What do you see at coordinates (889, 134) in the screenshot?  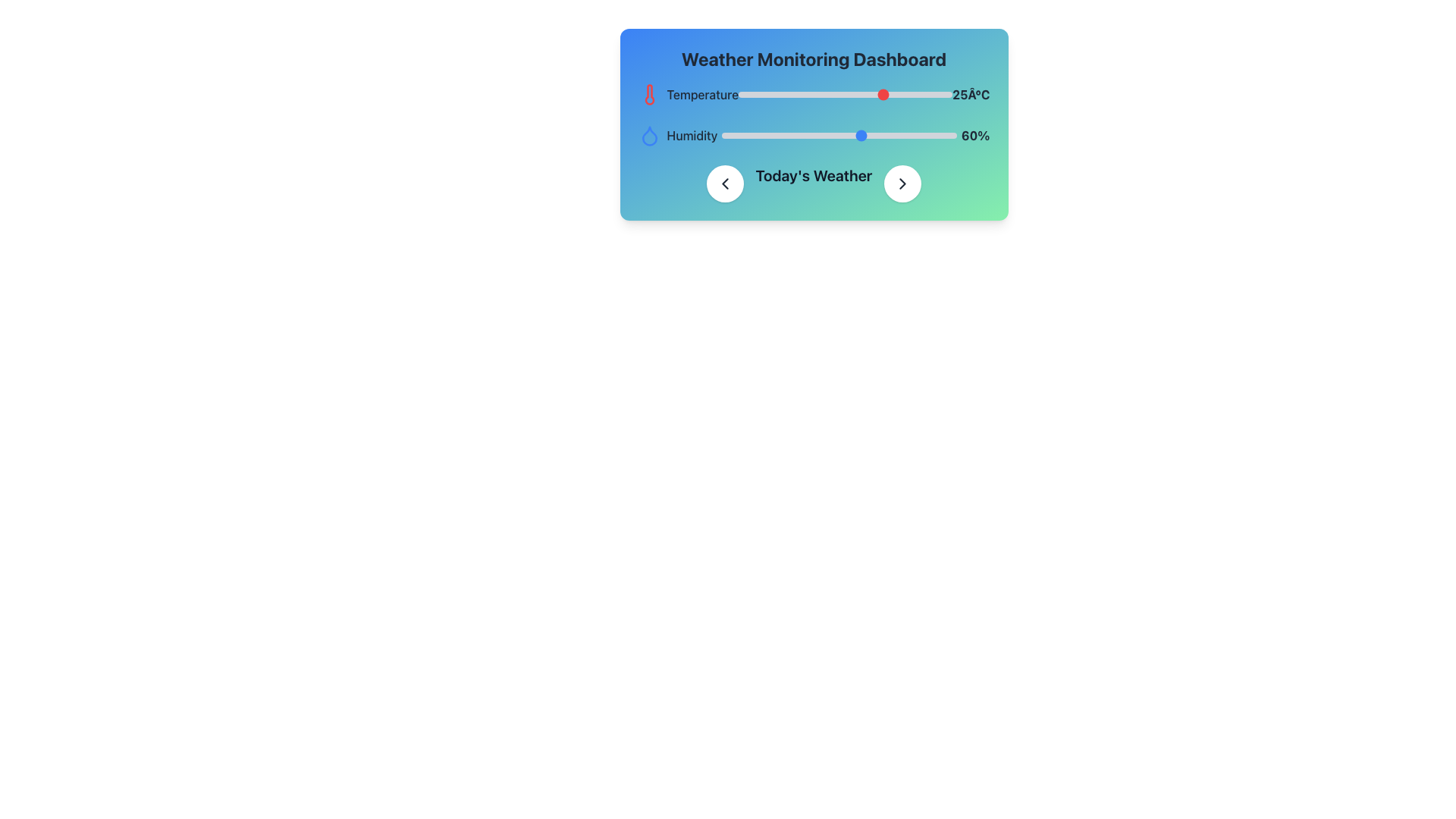 I see `humidity` at bounding box center [889, 134].